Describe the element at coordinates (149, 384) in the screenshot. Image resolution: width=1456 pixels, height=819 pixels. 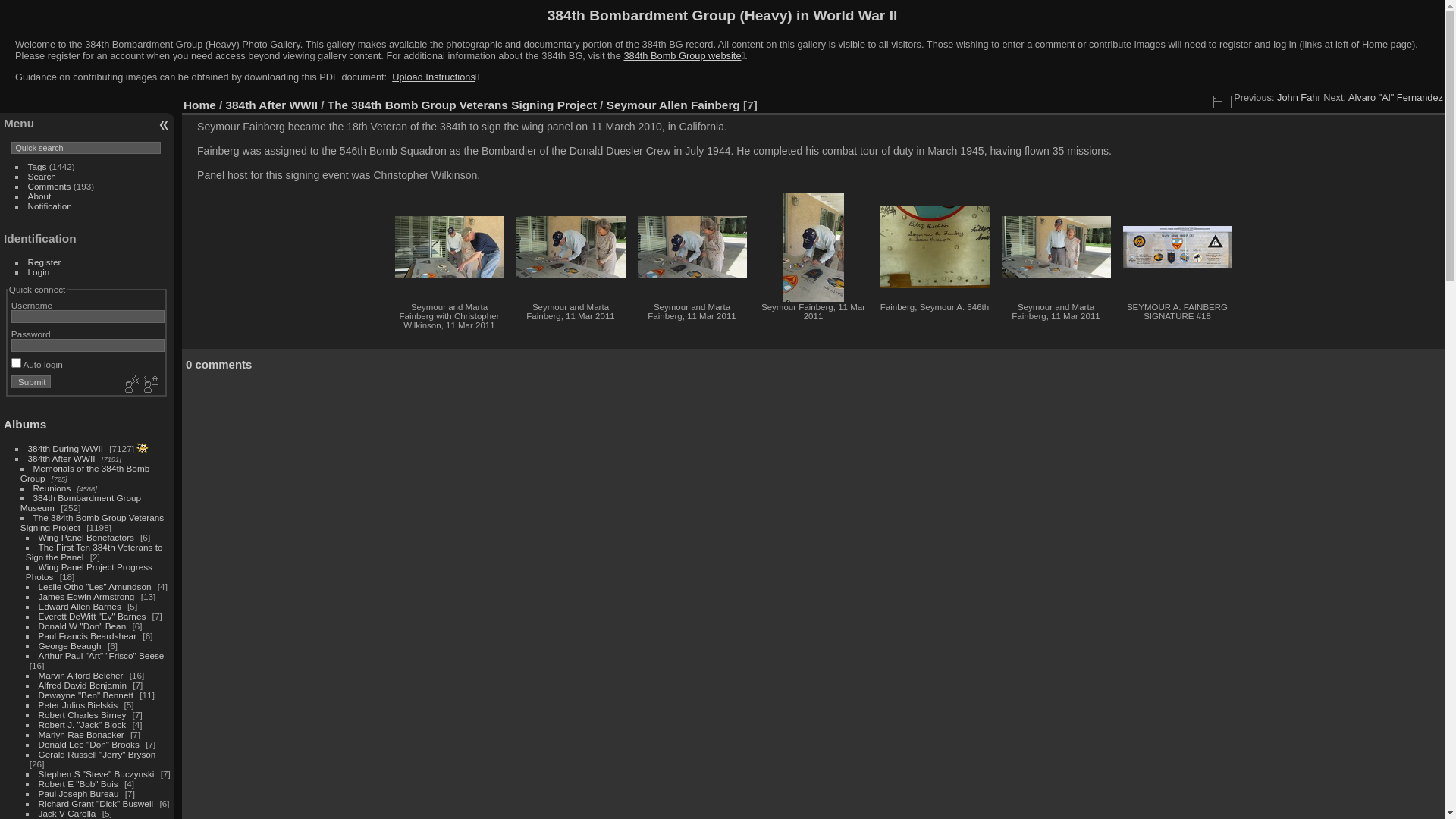
I see `'Forgot your password?'` at that location.